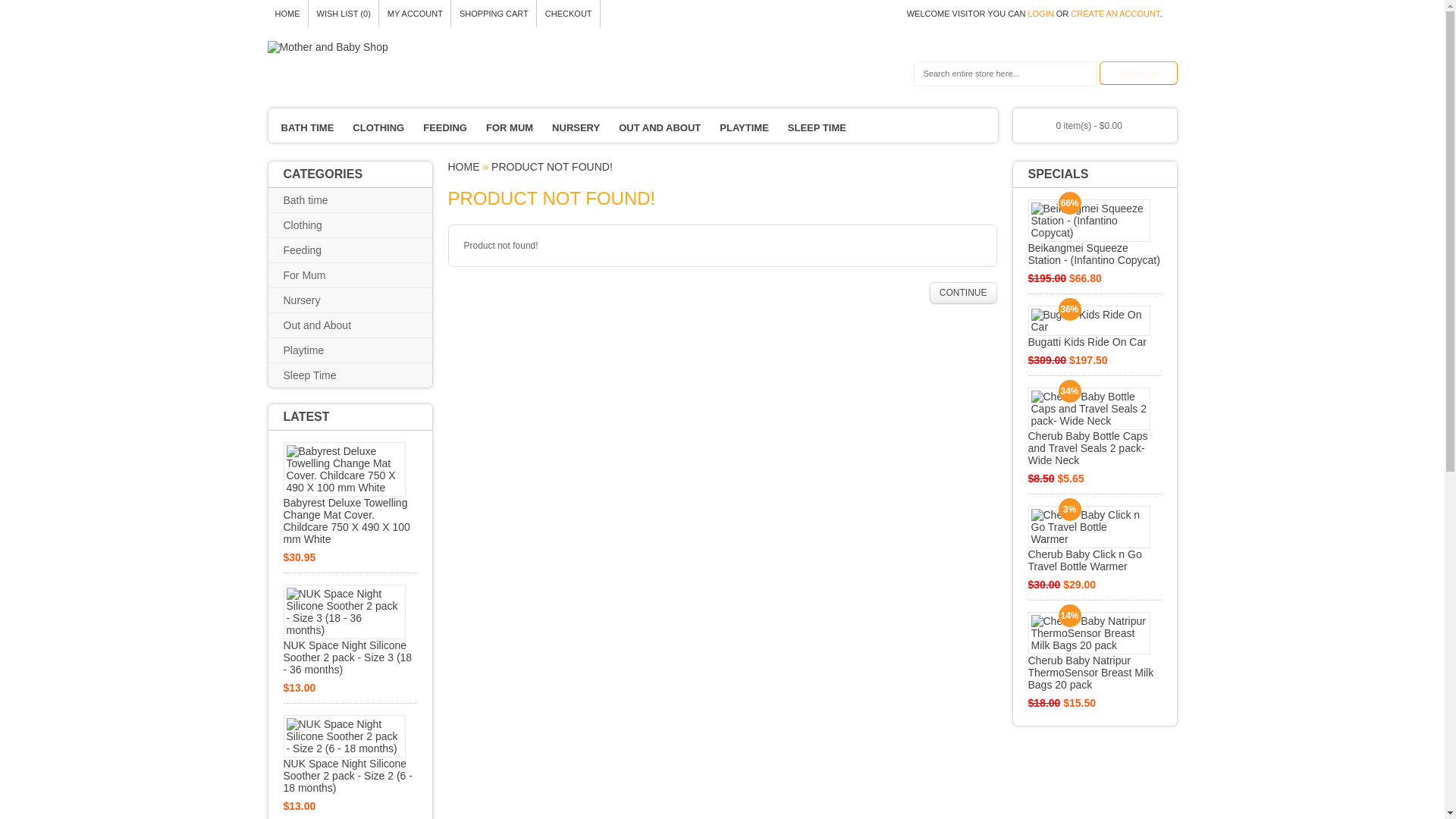 The image size is (1456, 819). Describe the element at coordinates (450, 14) in the screenshot. I see `'SHOPPING CART'` at that location.